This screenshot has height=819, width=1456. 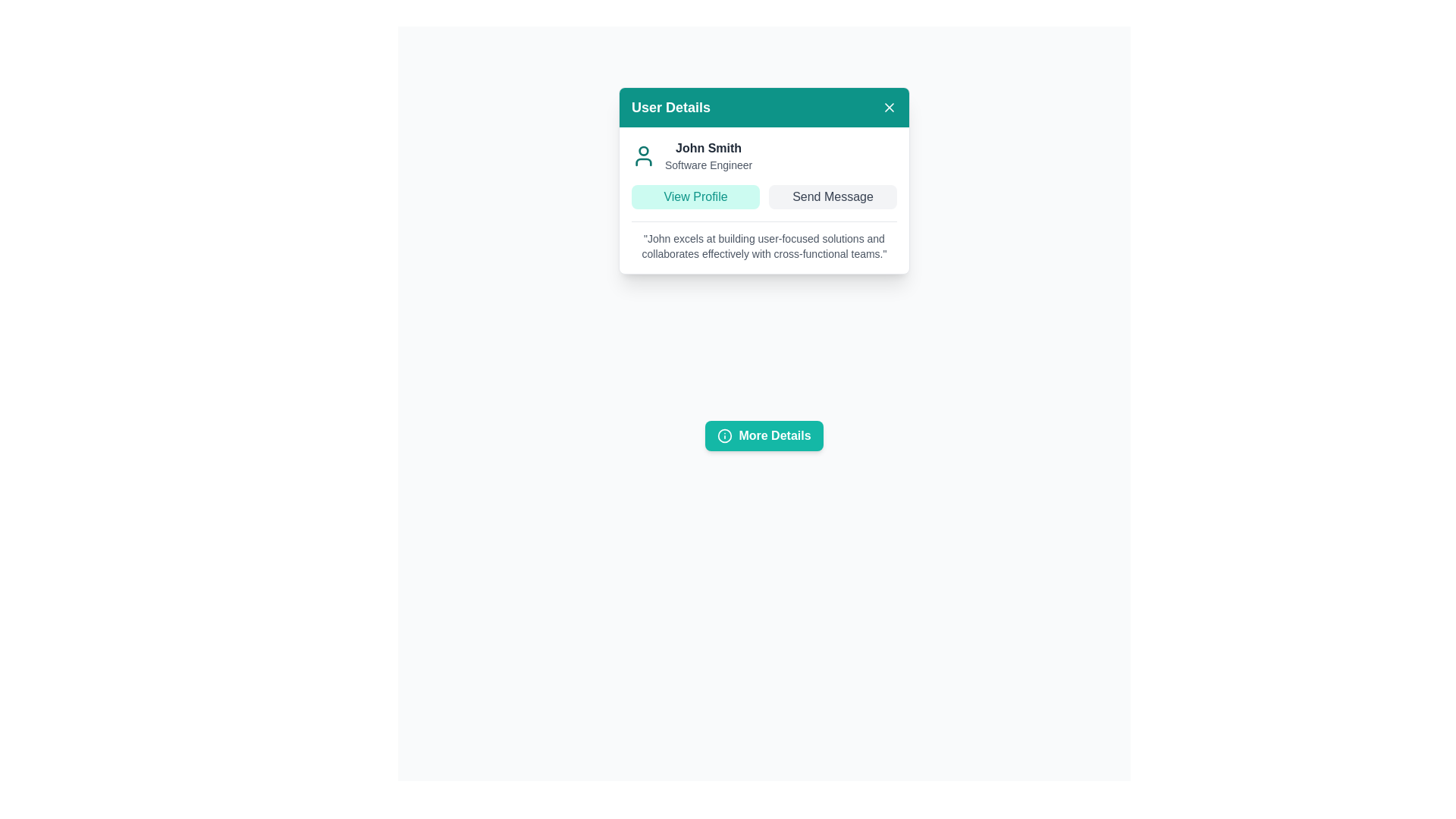 I want to click on the text block displaying the name and professional title of the user in the 'User Details' card, located at the top-center beside the user profile icon, so click(x=708, y=155).